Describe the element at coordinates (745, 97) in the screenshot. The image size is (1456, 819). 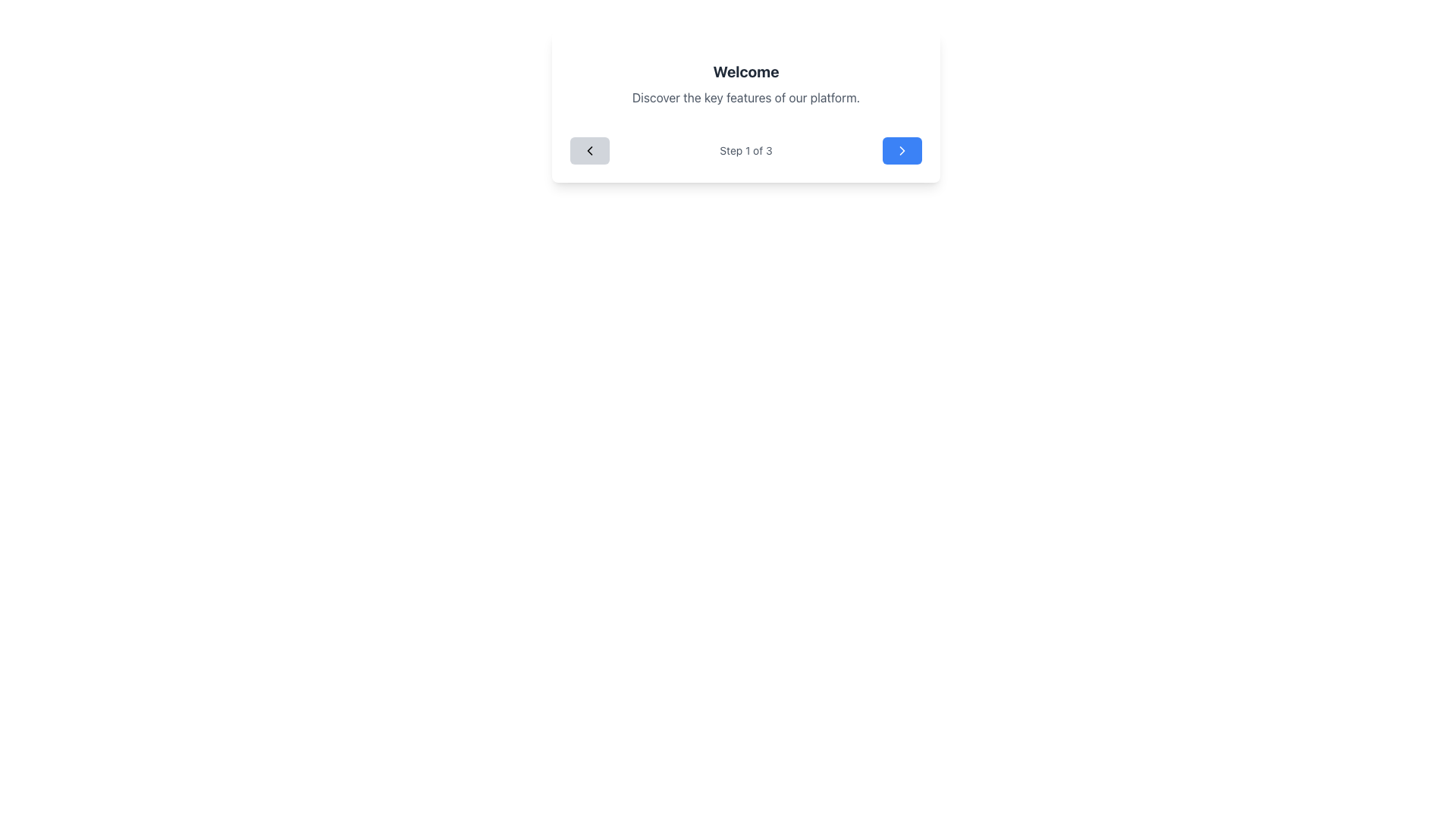
I see `the static text element that contains the sentence 'Discover the key features of our platform.', which is positioned directly below the bold 'Welcome' title` at that location.